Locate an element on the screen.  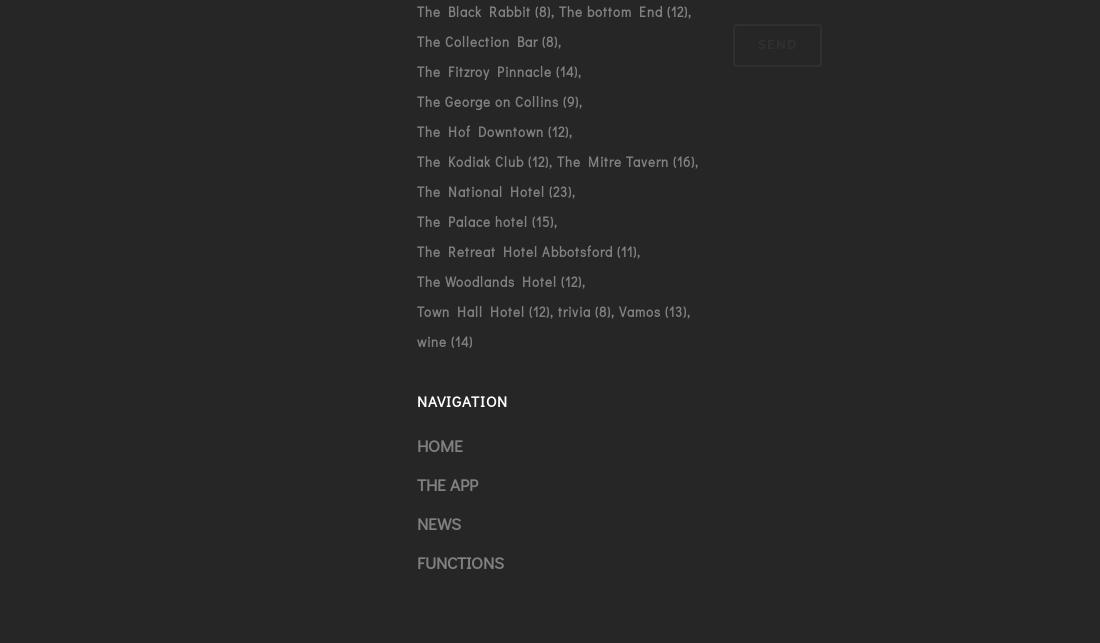
'The bottom End' is located at coordinates (608, 10).